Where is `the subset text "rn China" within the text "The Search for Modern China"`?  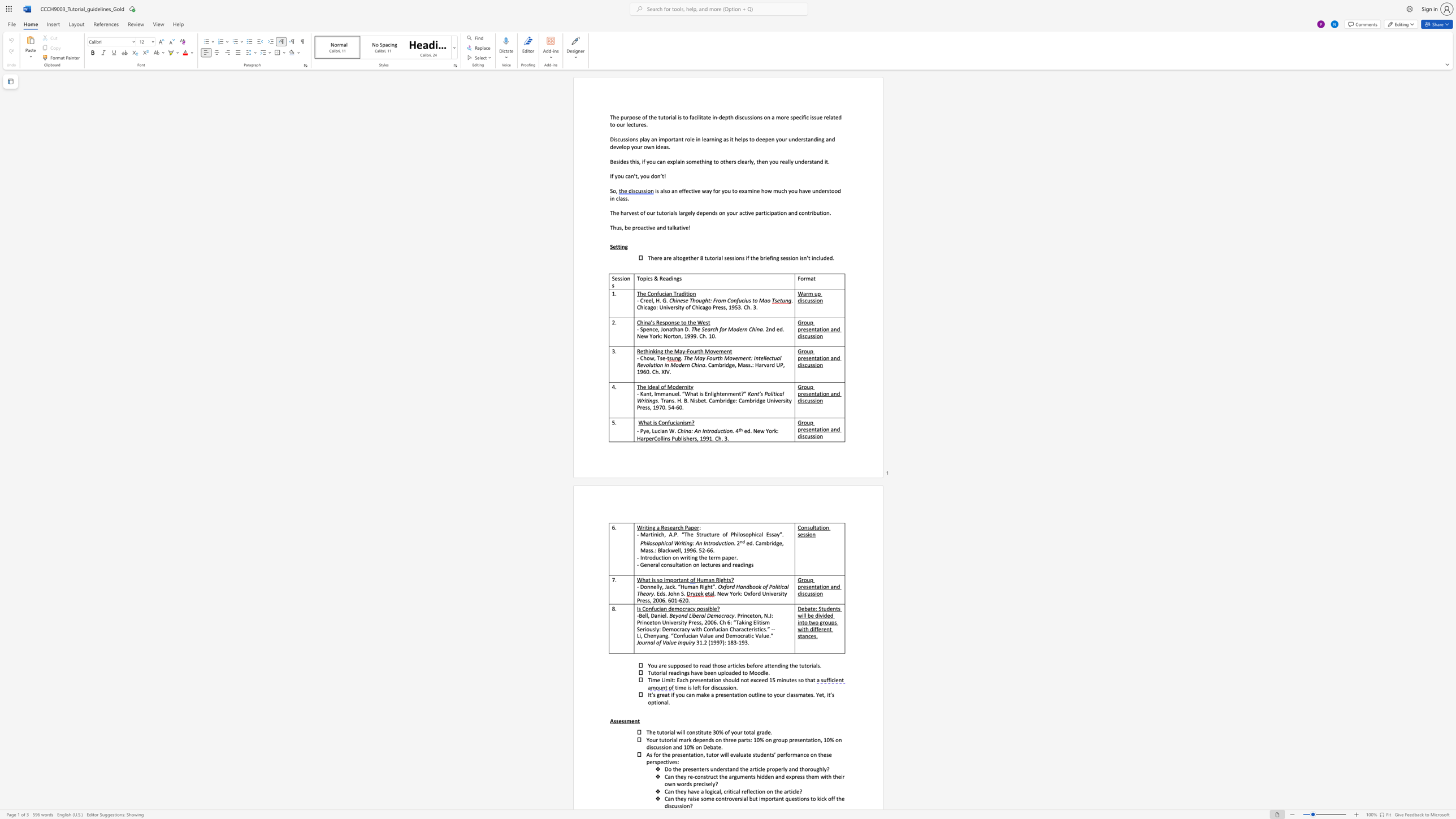 the subset text "rn China" within the text "The Search for Modern China" is located at coordinates (742, 329).